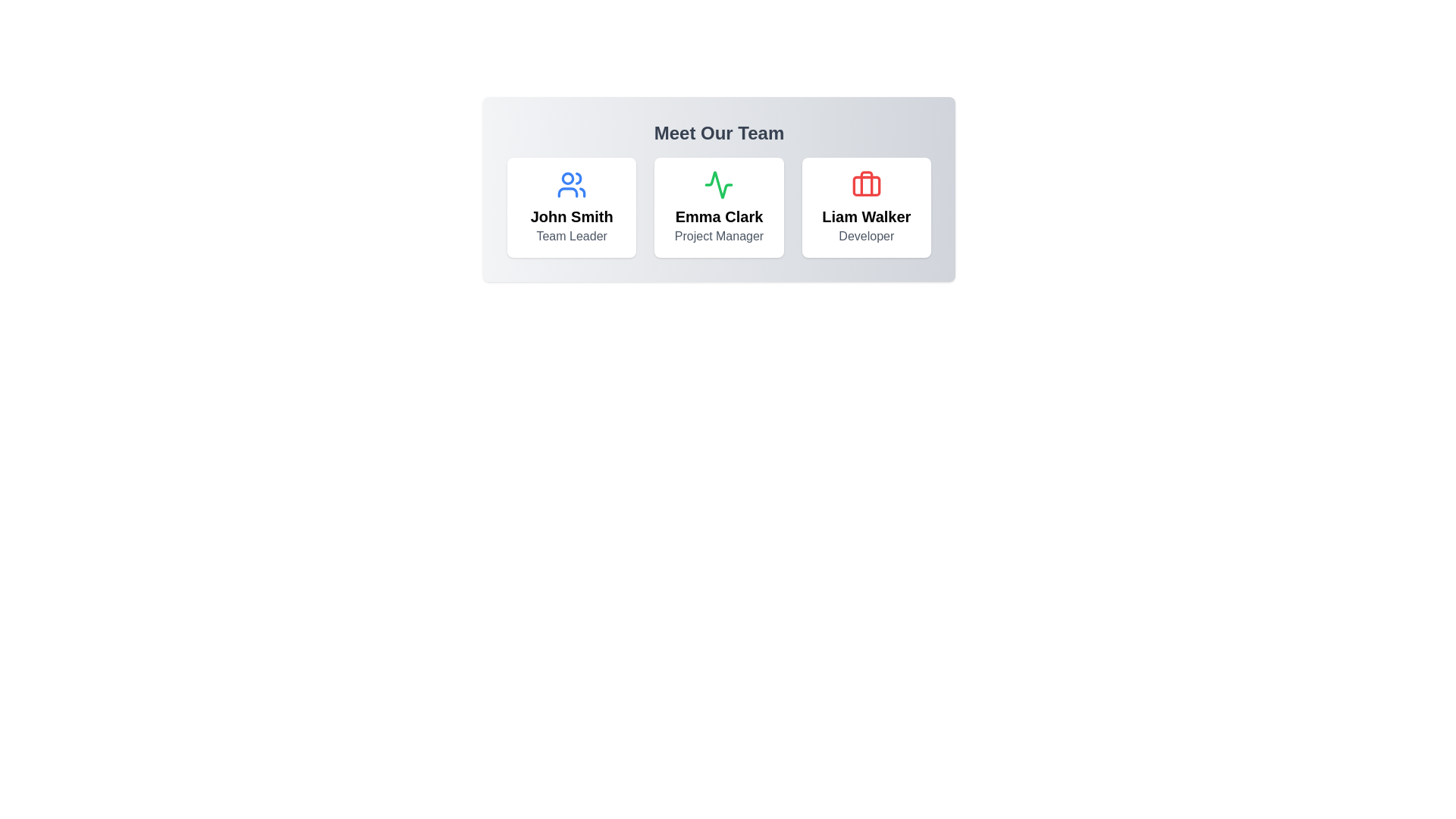  What do you see at coordinates (866, 207) in the screenshot?
I see `the informational card displaying the name 'Liam Walker' and the role 'Developer' in the 'Meet Our Team' section, which is the third card in the grid` at bounding box center [866, 207].